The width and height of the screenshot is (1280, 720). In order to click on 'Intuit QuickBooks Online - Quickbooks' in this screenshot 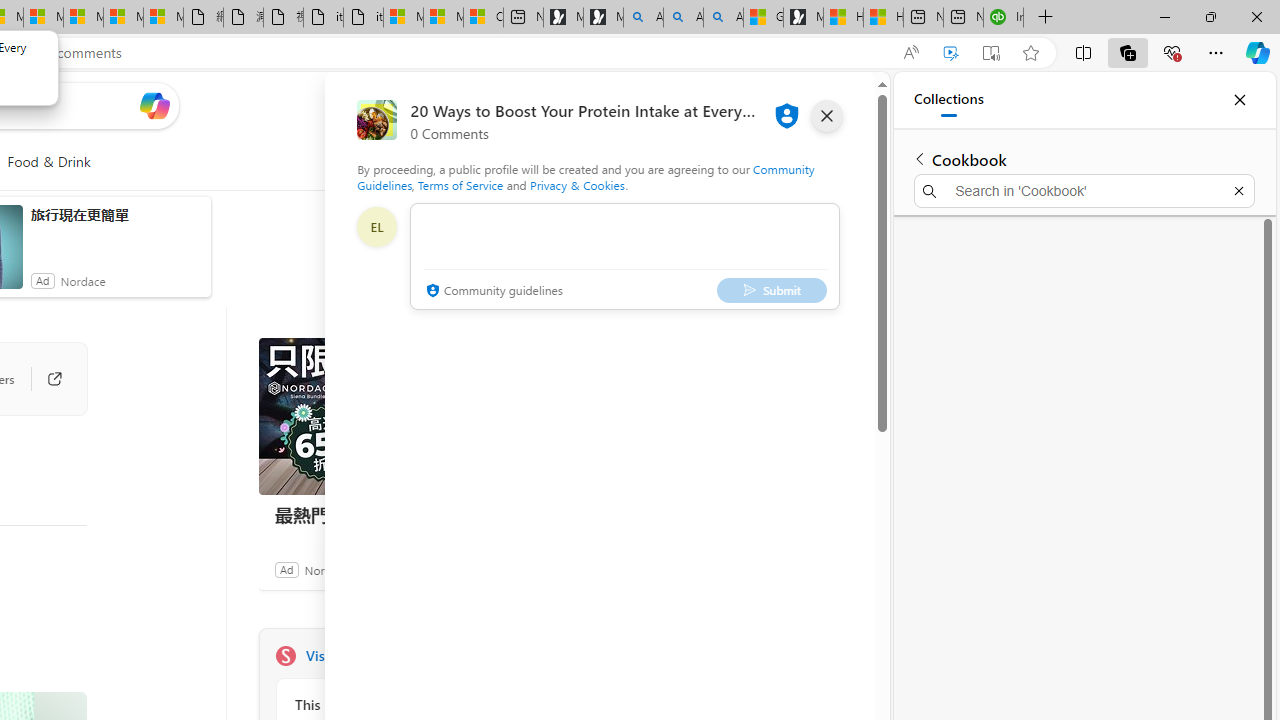, I will do `click(1003, 17)`.